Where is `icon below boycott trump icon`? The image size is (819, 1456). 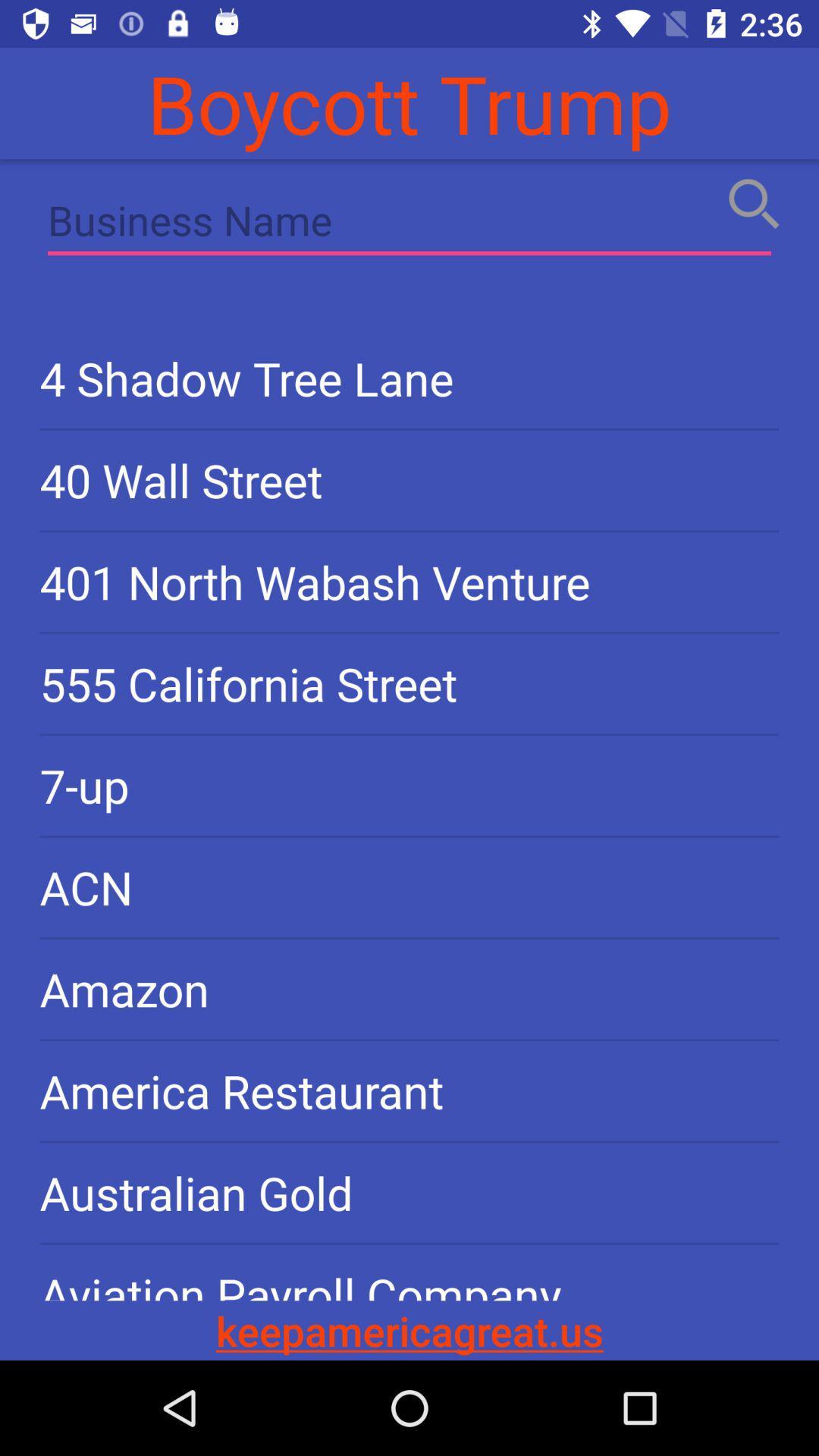 icon below boycott trump icon is located at coordinates (409, 223).